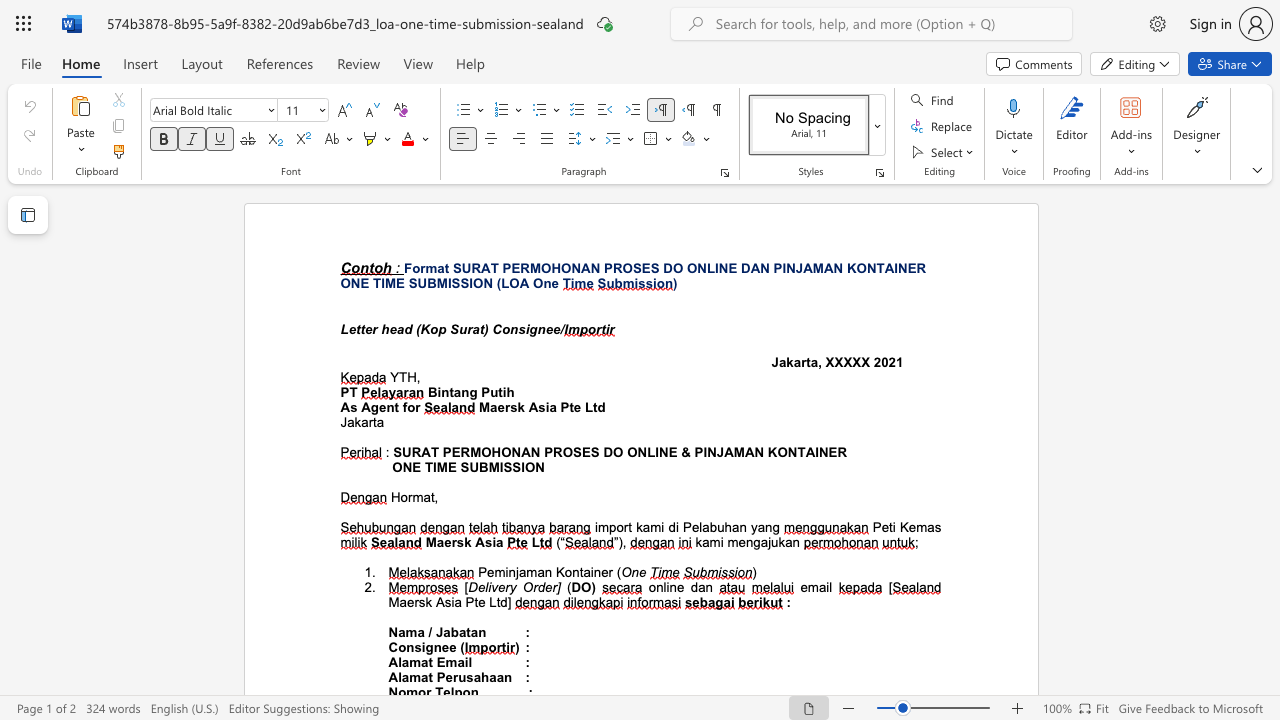 This screenshot has height=720, width=1280. I want to click on the subset text "ta, XX" within the text "Jakarta, XXXXX", so click(806, 362).